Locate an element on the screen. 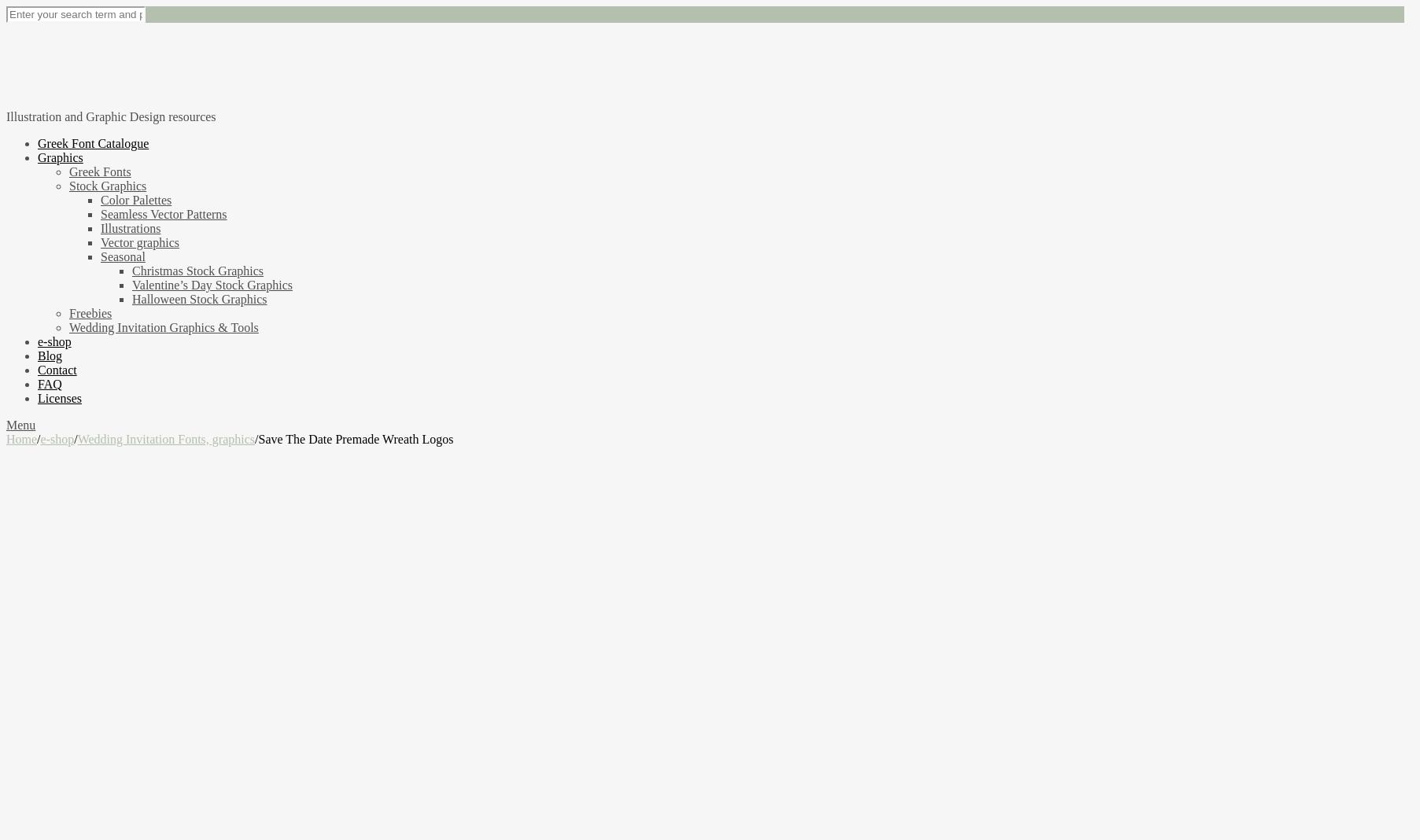 This screenshot has height=840, width=1420. 'Color Palettes' is located at coordinates (135, 199).